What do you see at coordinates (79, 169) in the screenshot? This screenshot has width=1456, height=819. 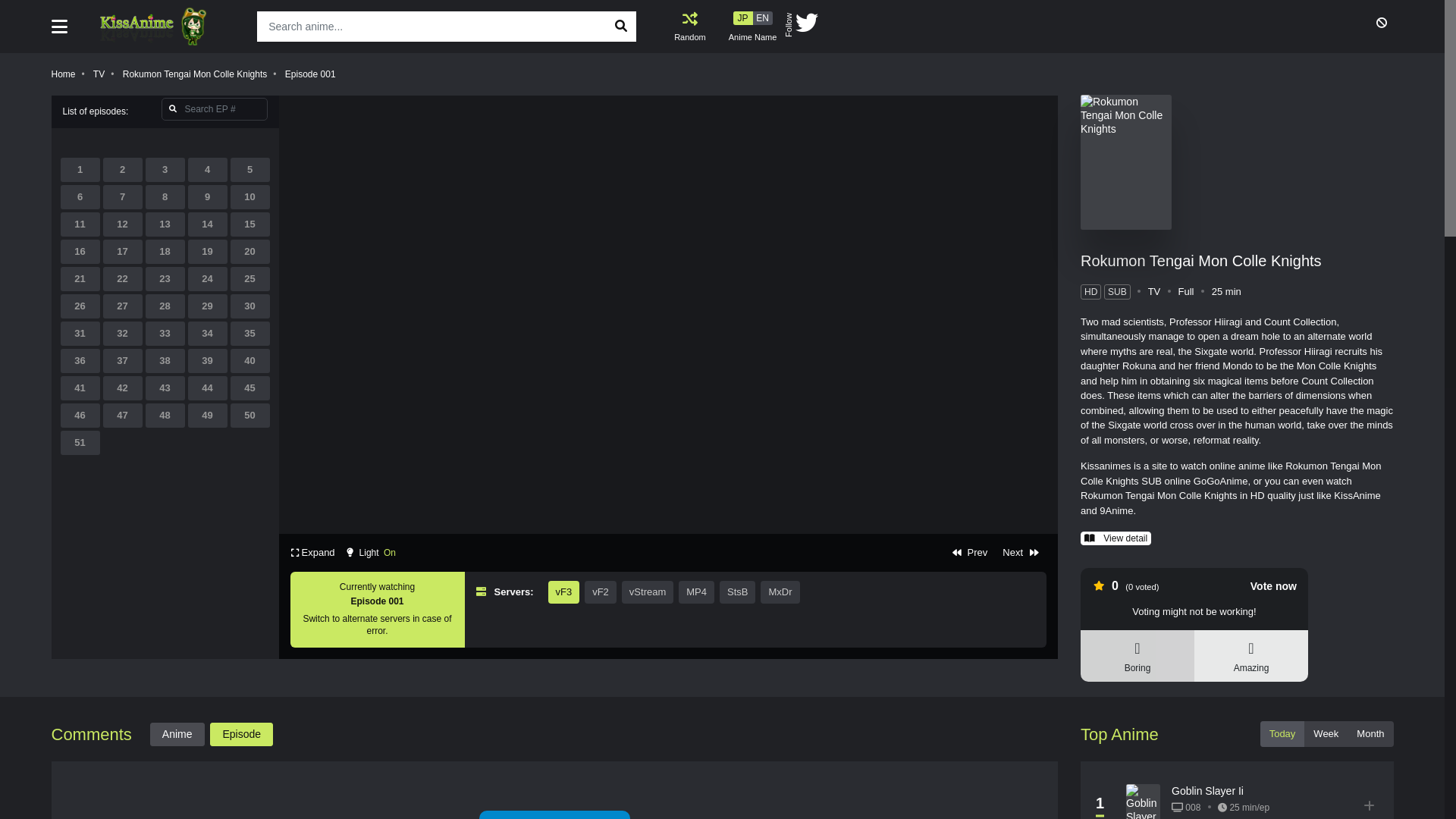 I see `'1'` at bounding box center [79, 169].